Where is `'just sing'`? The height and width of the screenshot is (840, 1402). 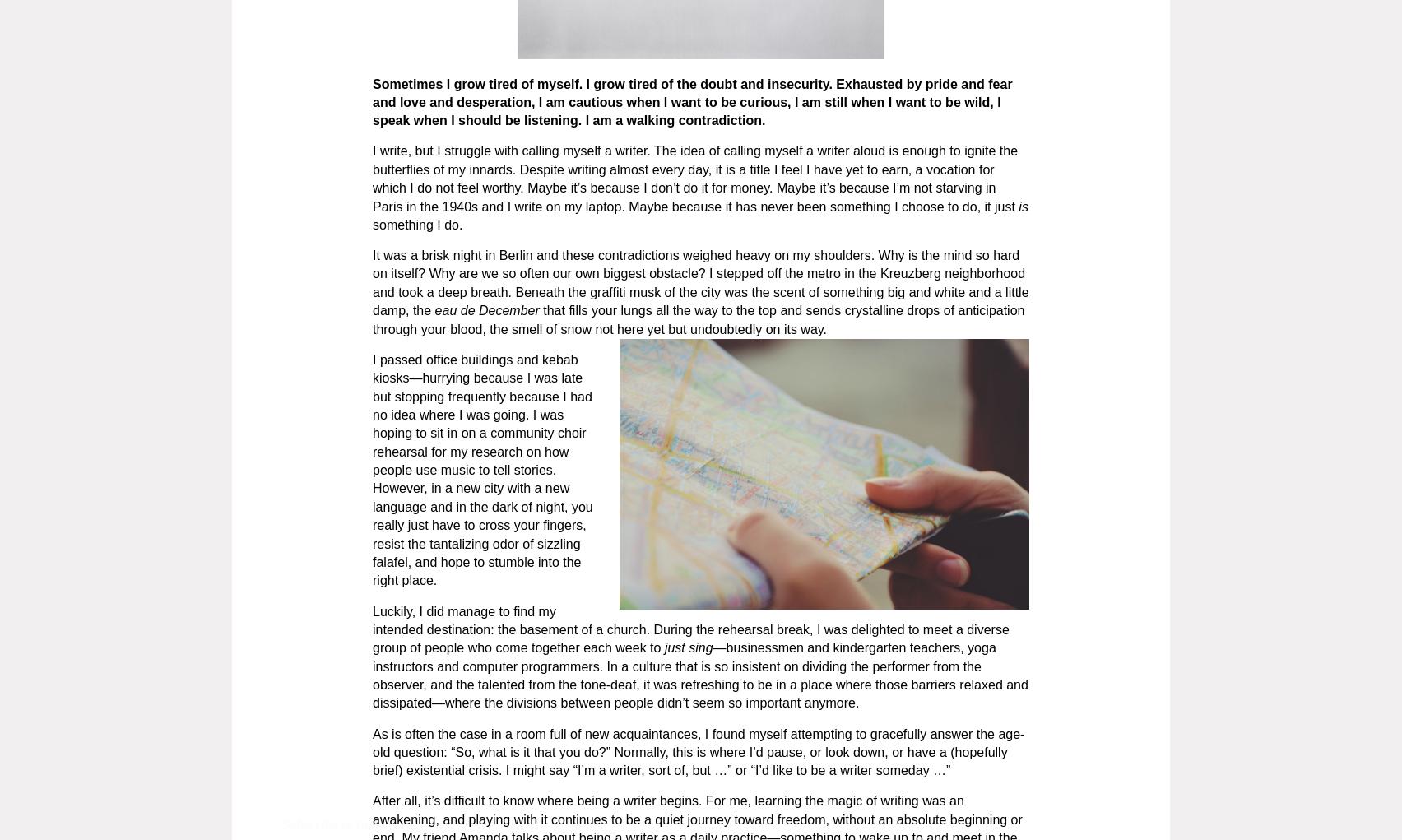 'just sing' is located at coordinates (659, 647).